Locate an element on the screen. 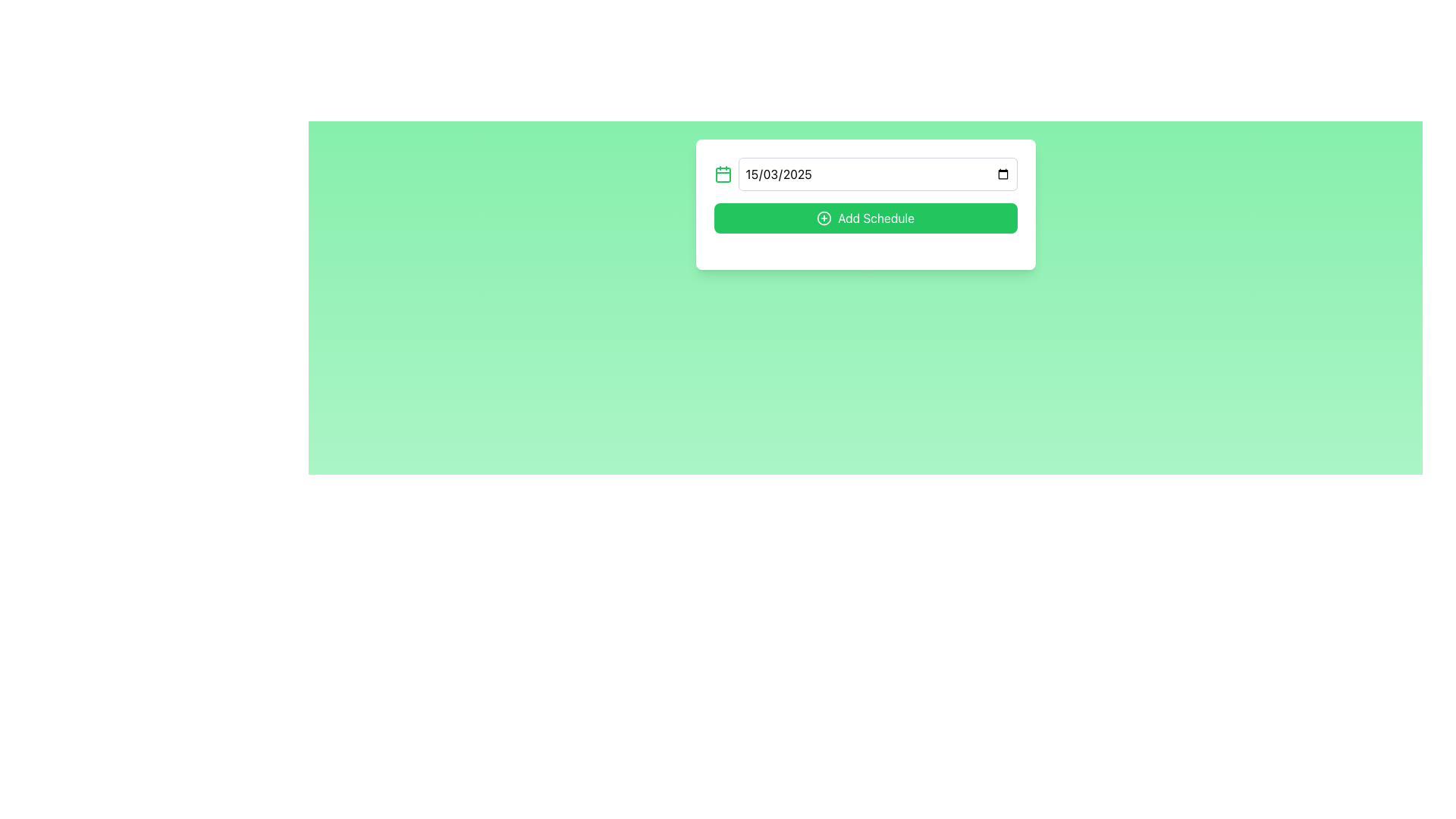 The height and width of the screenshot is (819, 1456). the '+' icon within the green rectangular button labeled 'Add Schedule' located at the bottom of the interface card is located at coordinates (824, 218).